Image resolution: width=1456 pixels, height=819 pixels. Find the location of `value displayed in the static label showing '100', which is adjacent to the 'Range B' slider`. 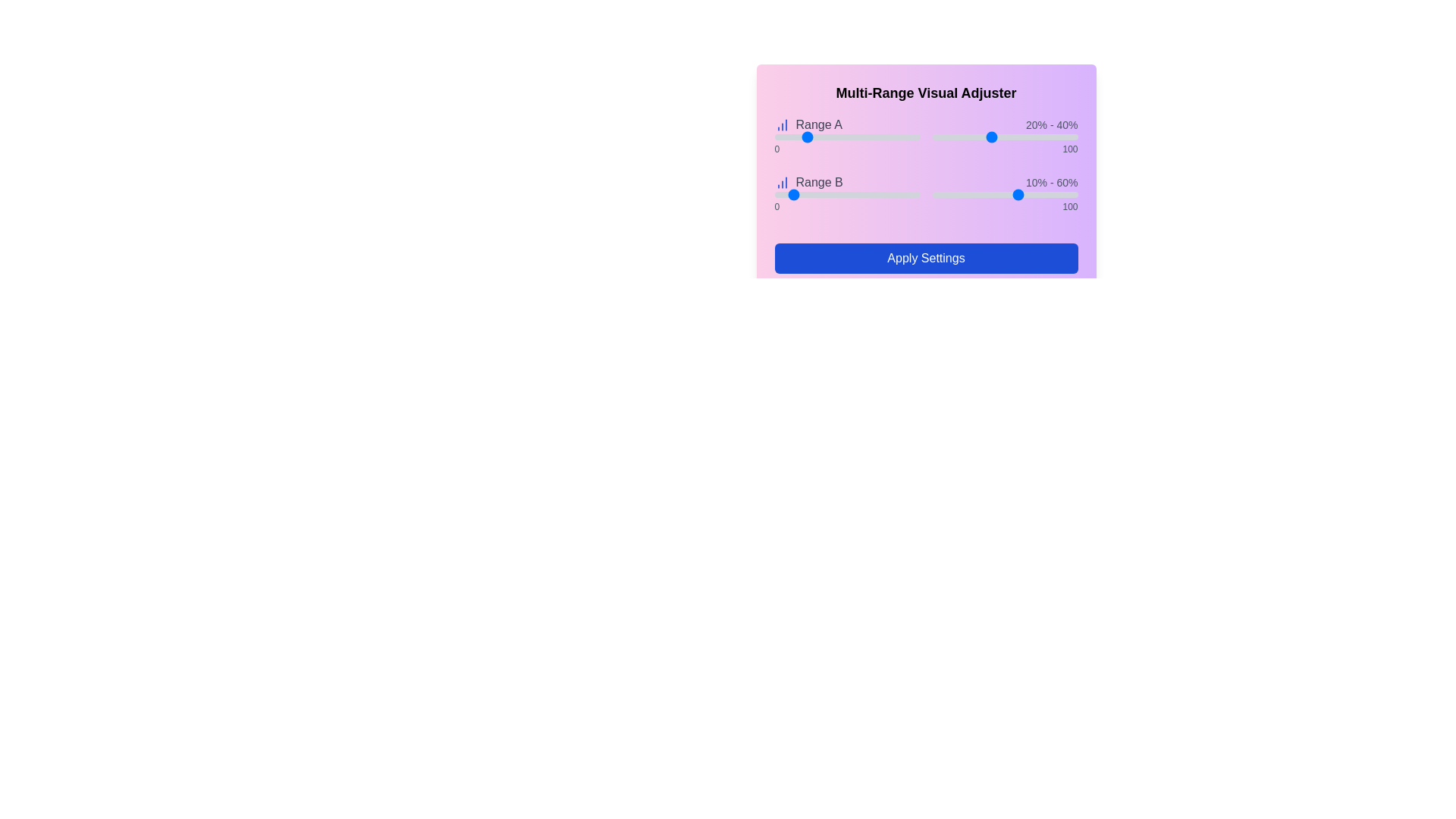

value displayed in the static label showing '100', which is adjacent to the 'Range B' slider is located at coordinates (1069, 149).